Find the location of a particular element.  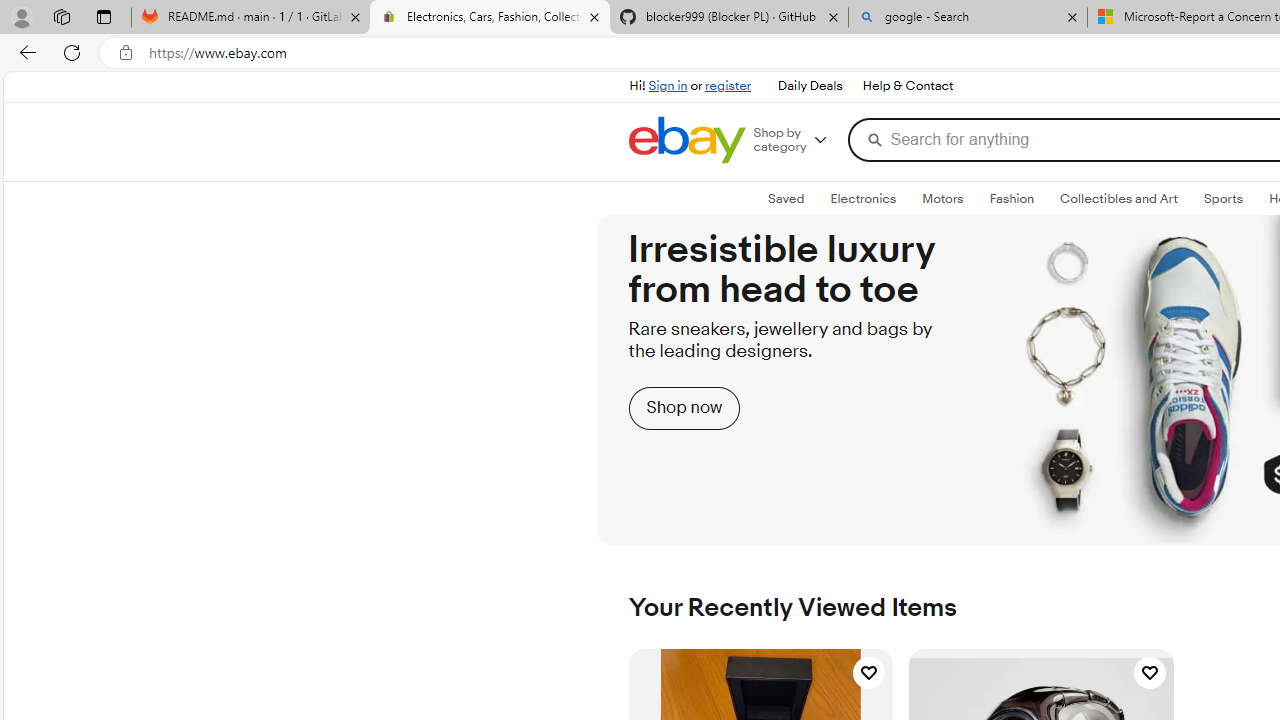

'Electronics' is located at coordinates (863, 199).